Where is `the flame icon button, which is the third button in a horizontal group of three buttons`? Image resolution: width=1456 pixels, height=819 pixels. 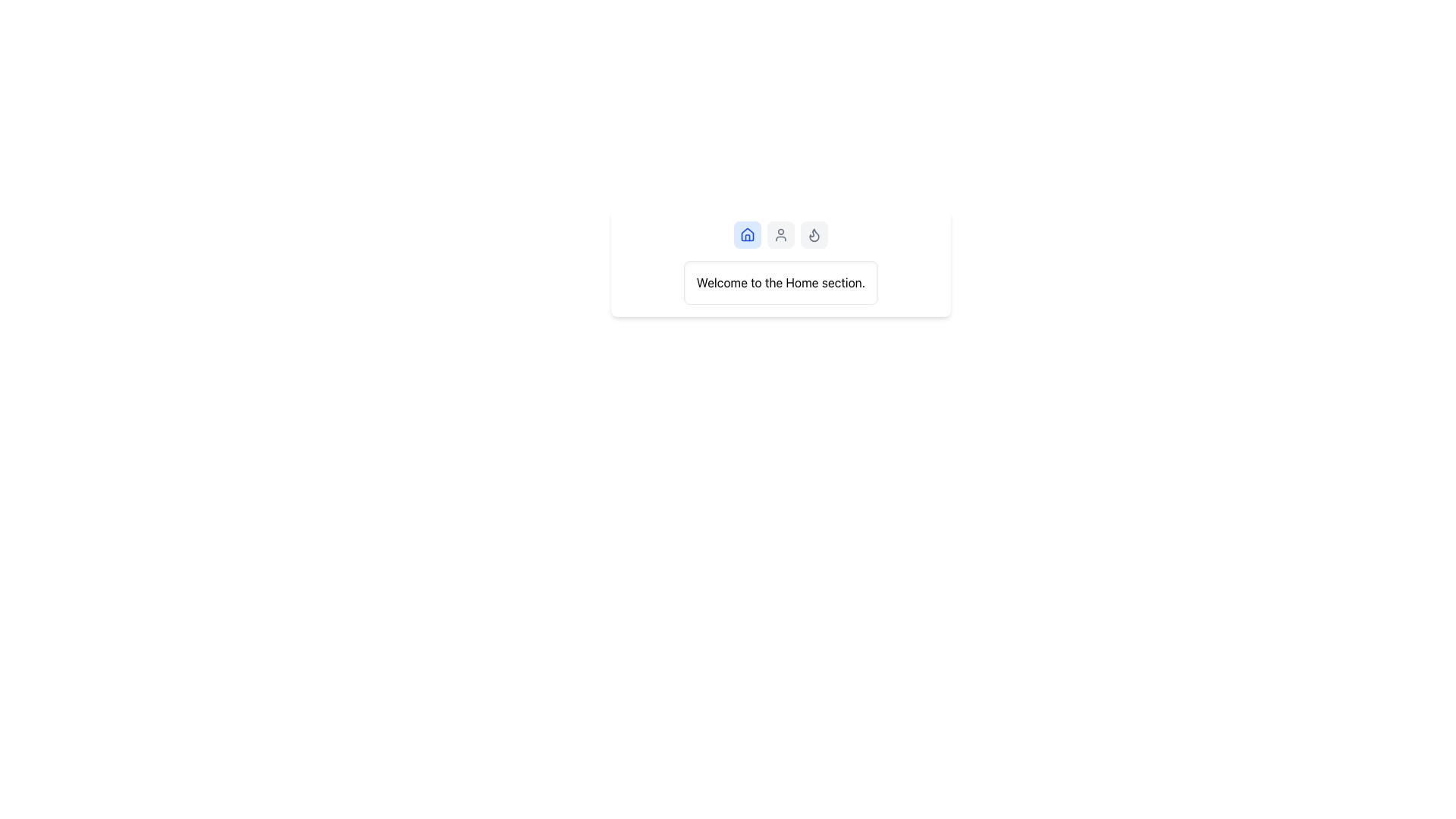
the flame icon button, which is the third button in a horizontal group of three buttons is located at coordinates (814, 234).